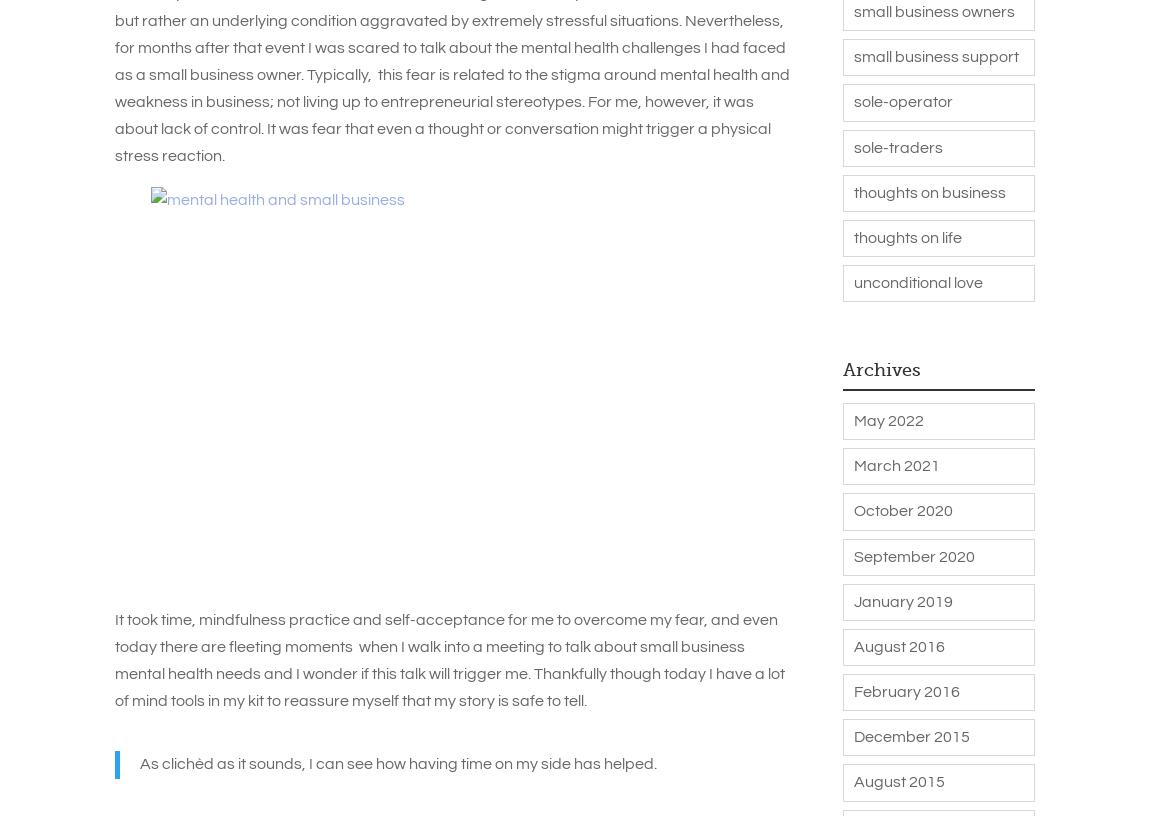 The height and width of the screenshot is (816, 1150). What do you see at coordinates (398, 764) in the screenshot?
I see `'As clichèd as it sounds, I can see how having time on my side has helped.'` at bounding box center [398, 764].